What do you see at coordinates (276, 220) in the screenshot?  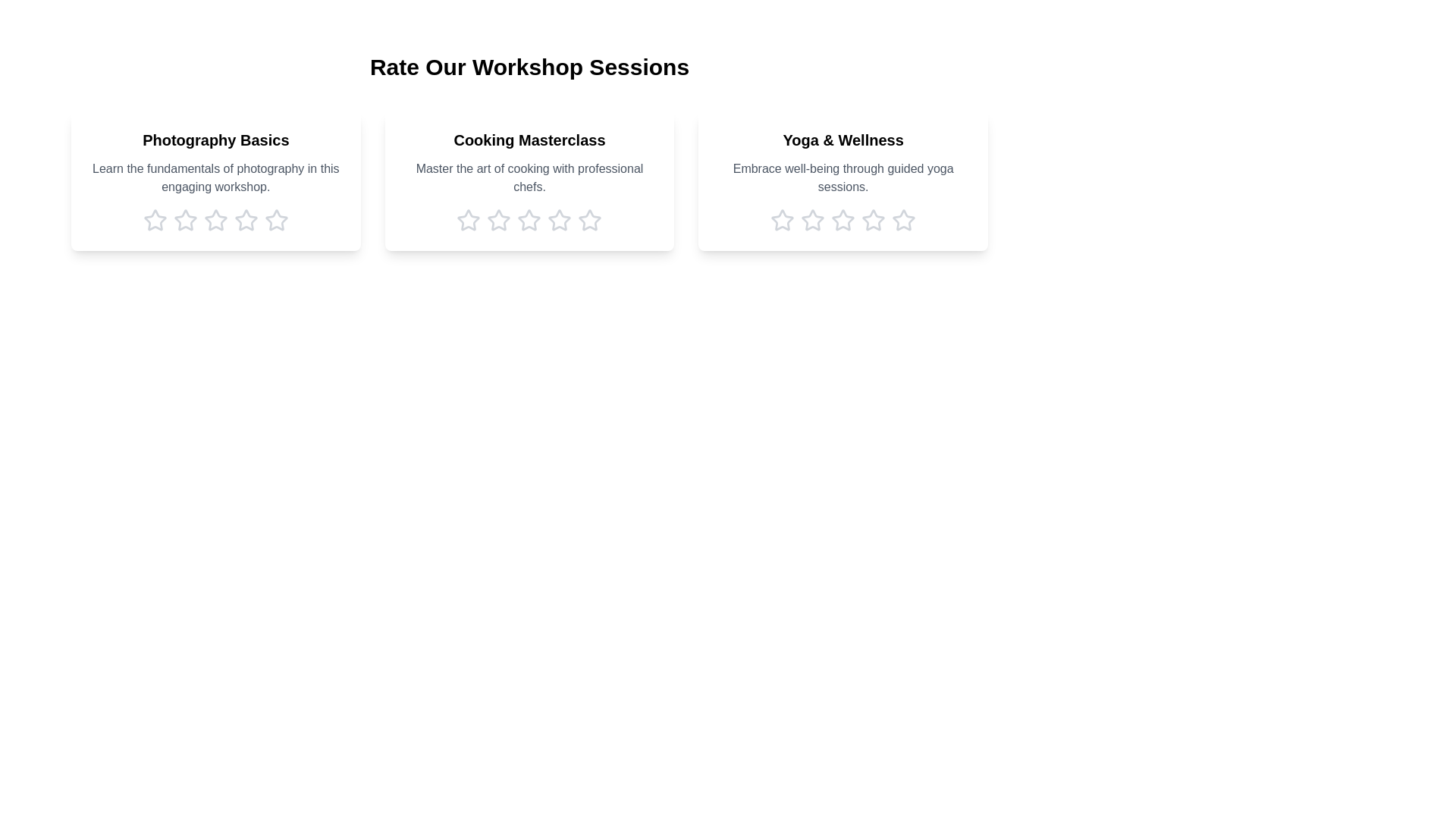 I see `the 5 star for the specified workshop to preview the selection` at bounding box center [276, 220].